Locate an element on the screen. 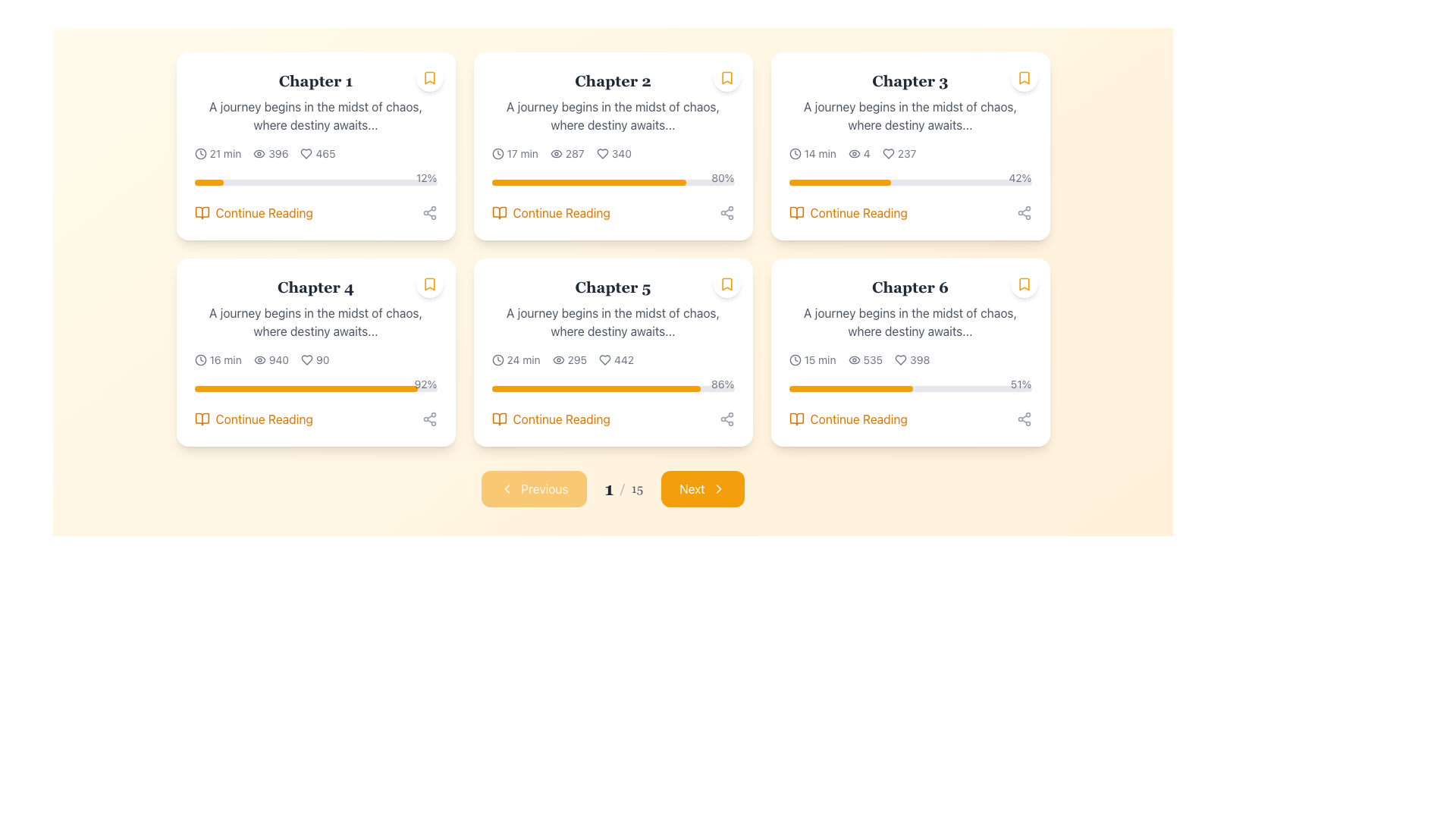  the 'Continue Reading' button, which is styled in amber with hover effects that darken the shade and is located in the bottom section of the card for Chapter 6, to change its color is located at coordinates (847, 419).